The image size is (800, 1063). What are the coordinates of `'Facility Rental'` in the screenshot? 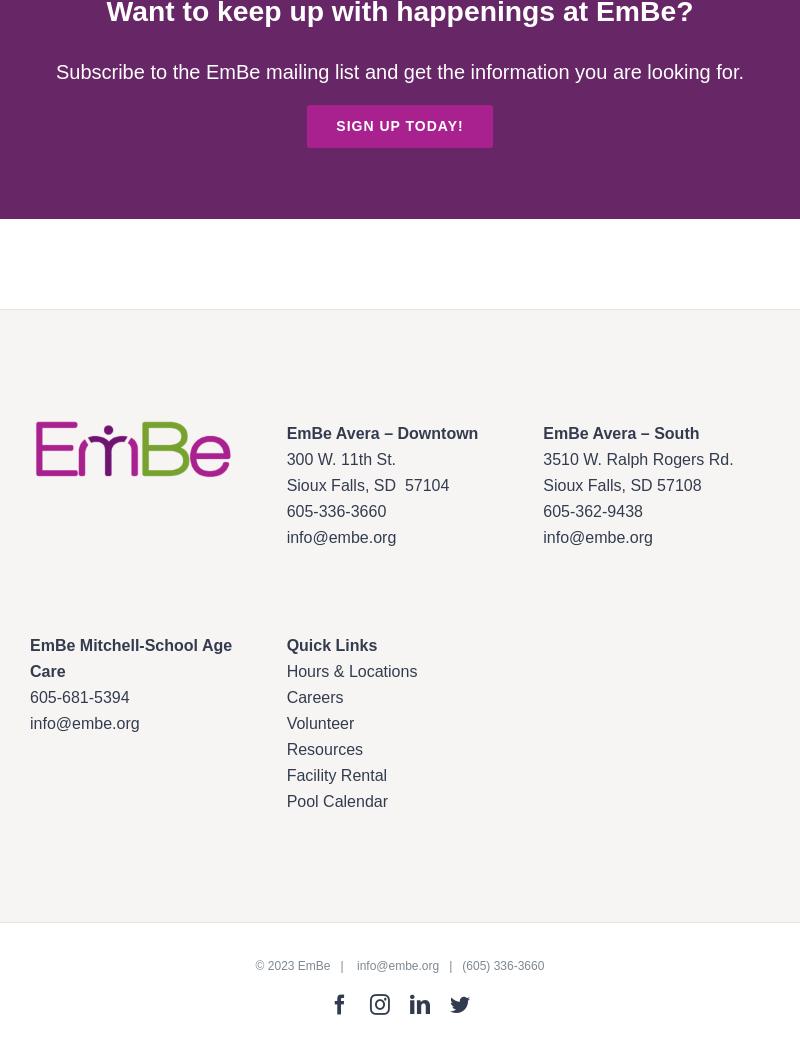 It's located at (336, 774).